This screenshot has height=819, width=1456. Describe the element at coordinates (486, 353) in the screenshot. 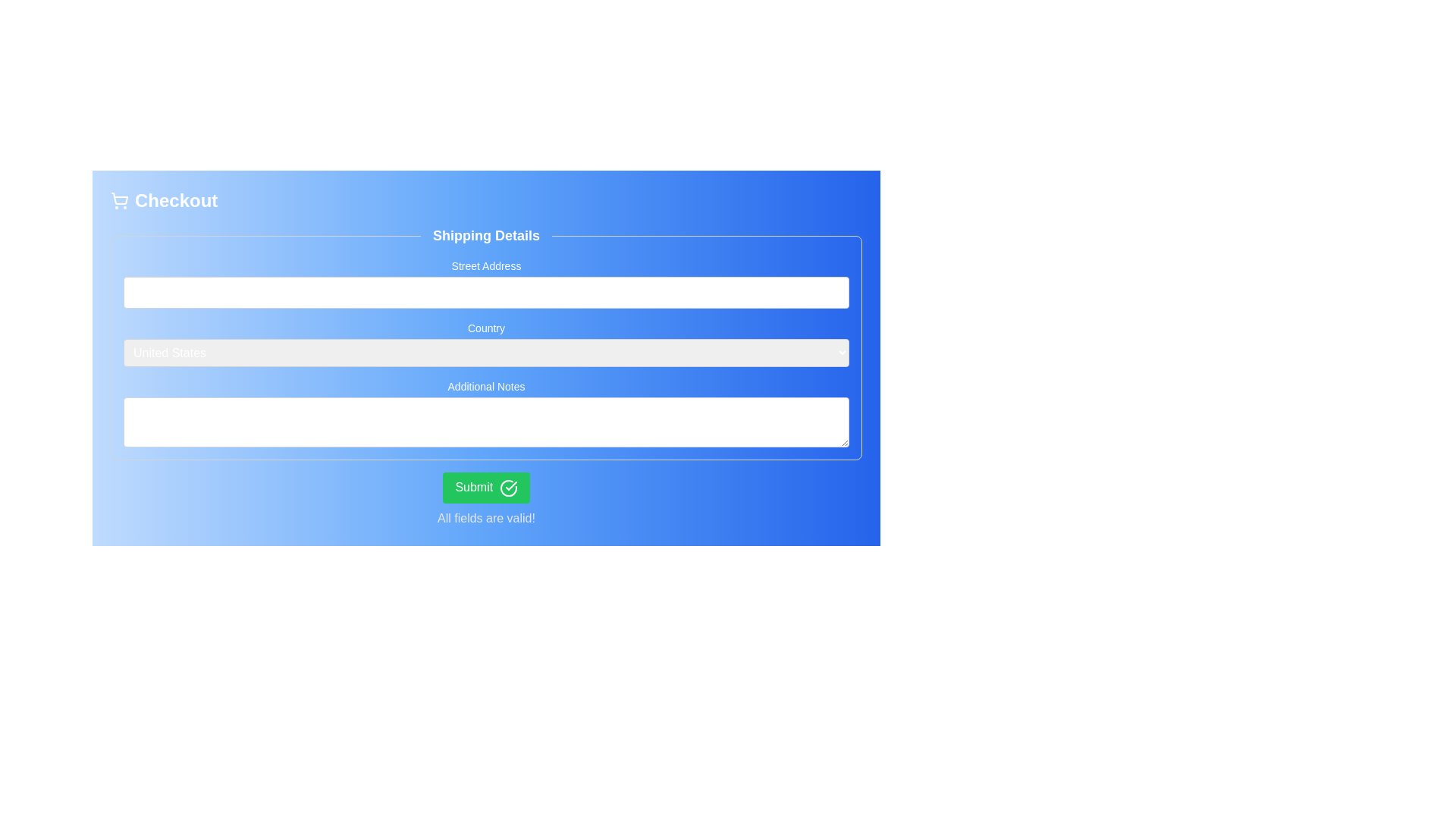

I see `the dropdown menu labeled 'Country' in the 'Shipping Details' section` at that location.